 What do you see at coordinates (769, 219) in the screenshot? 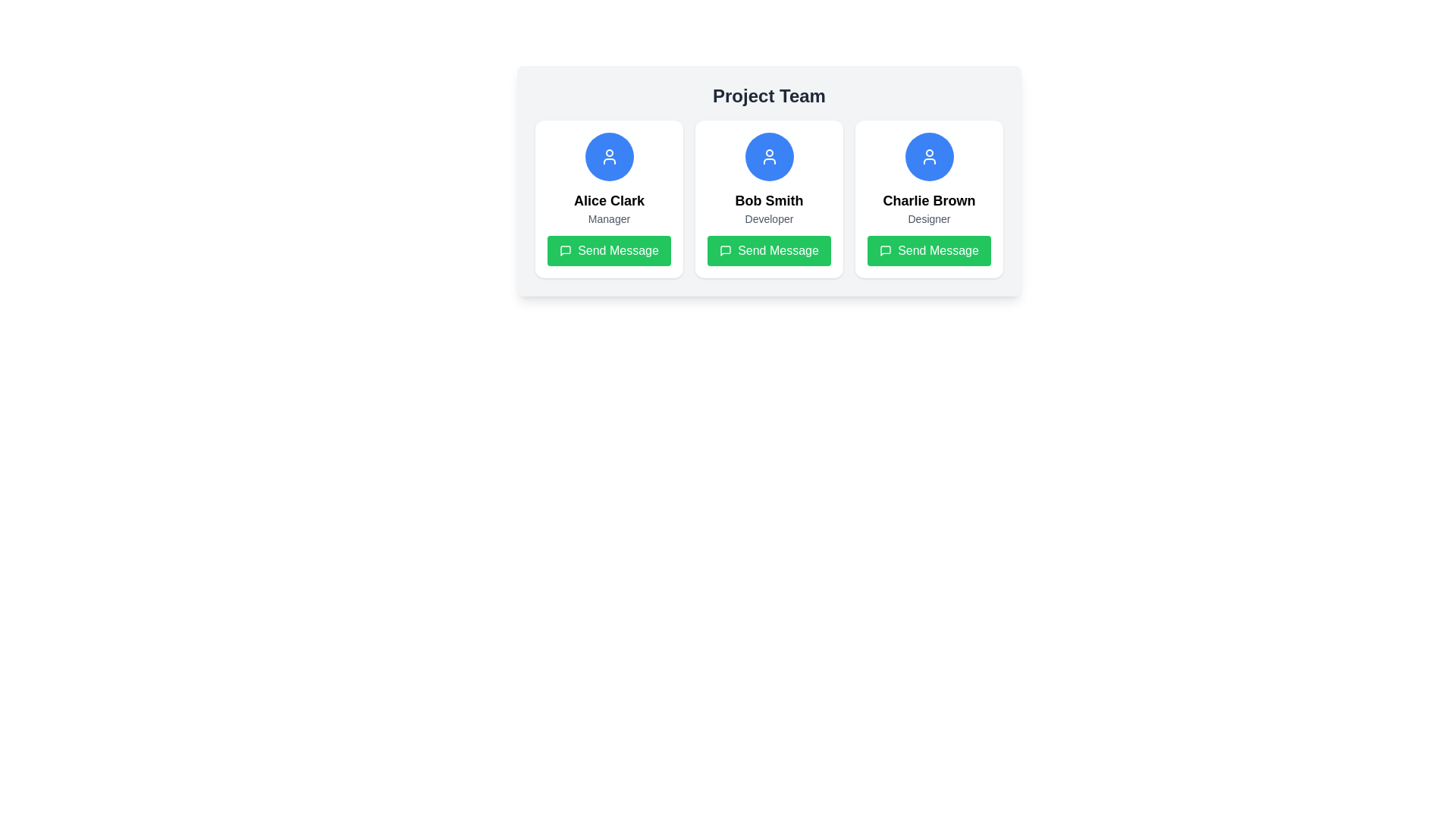
I see `the text label indicating the role 'Developer' located below the name 'Bob Smith' in the center card of the team members list` at bounding box center [769, 219].